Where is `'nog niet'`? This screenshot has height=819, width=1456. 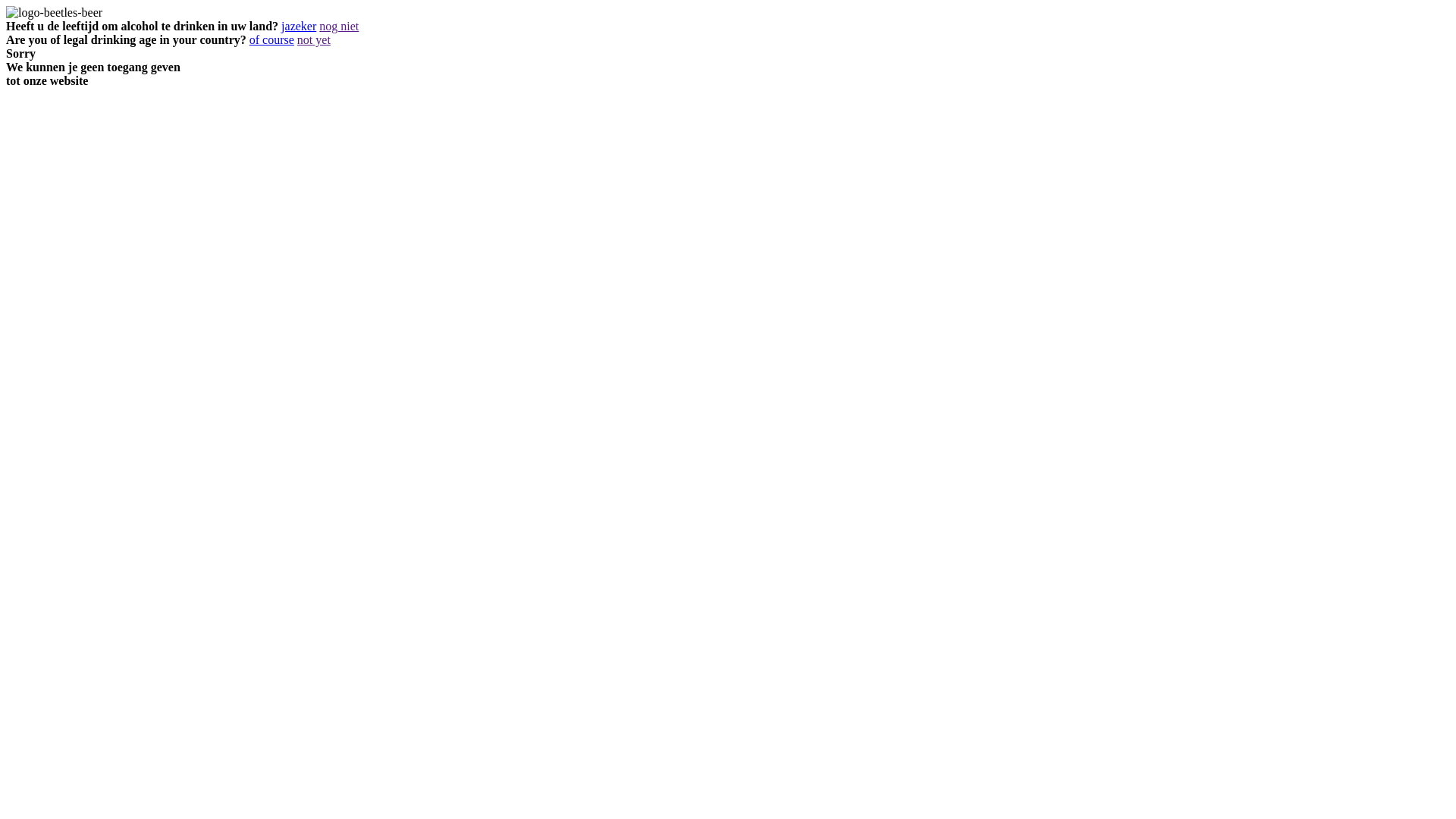
'nog niet' is located at coordinates (337, 26).